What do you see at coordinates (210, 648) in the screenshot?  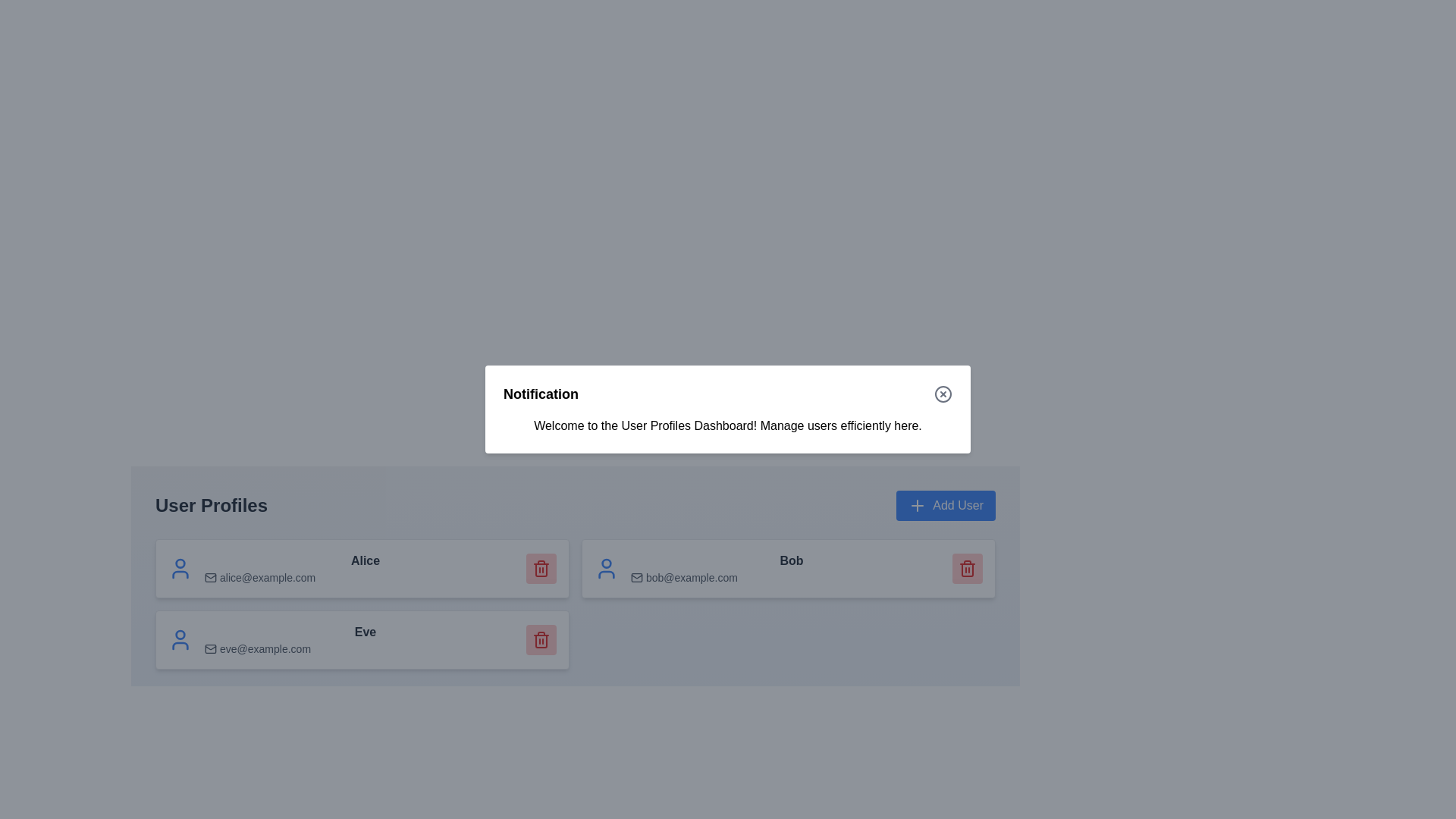 I see `the envelope icon located in the 'User Profiles' section, which is adjacent to the email address 'eve@example.com'` at bounding box center [210, 648].